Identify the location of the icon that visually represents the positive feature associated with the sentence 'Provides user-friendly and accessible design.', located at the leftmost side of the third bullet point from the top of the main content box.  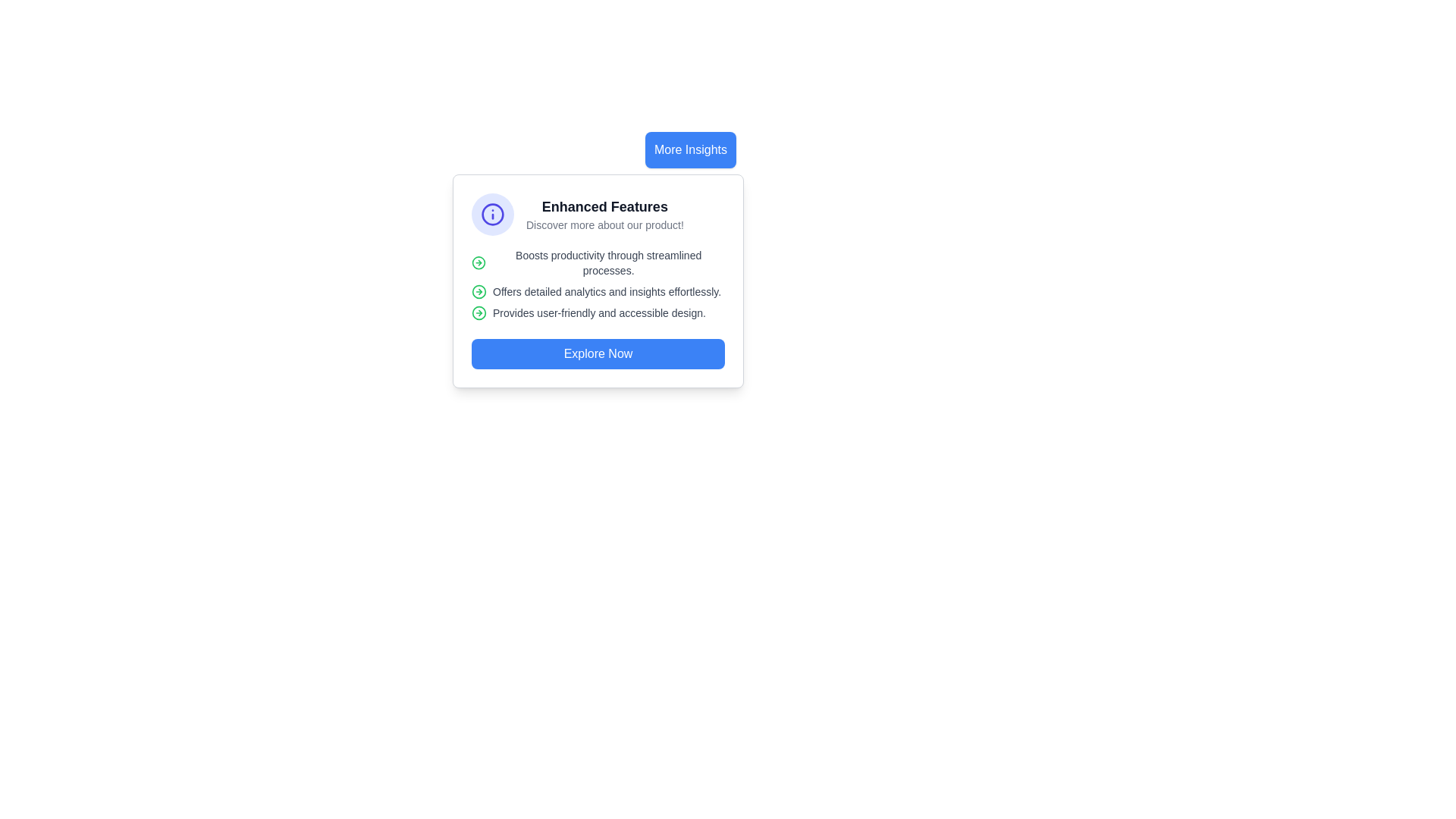
(479, 312).